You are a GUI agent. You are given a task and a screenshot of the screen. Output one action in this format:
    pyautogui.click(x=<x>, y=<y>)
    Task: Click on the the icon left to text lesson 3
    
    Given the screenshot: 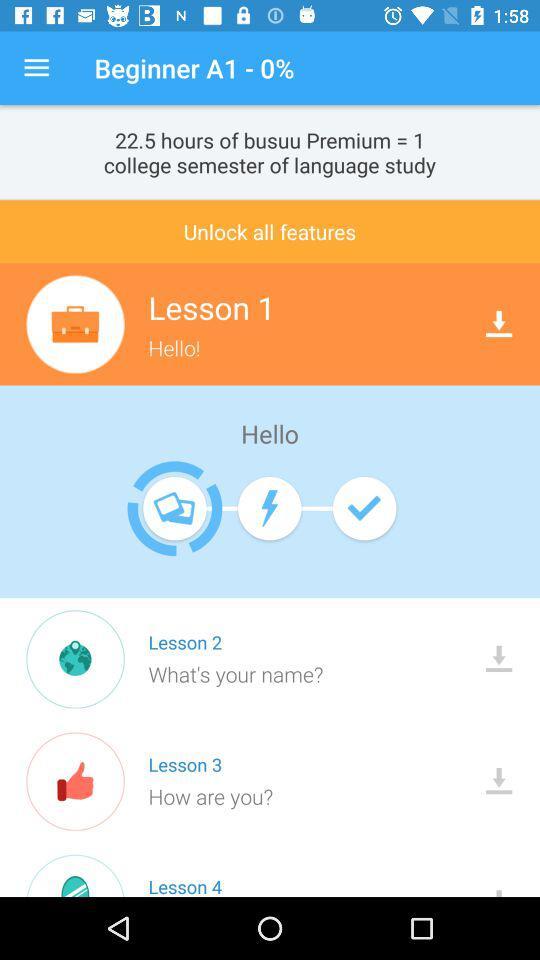 What is the action you would take?
    pyautogui.click(x=74, y=781)
    